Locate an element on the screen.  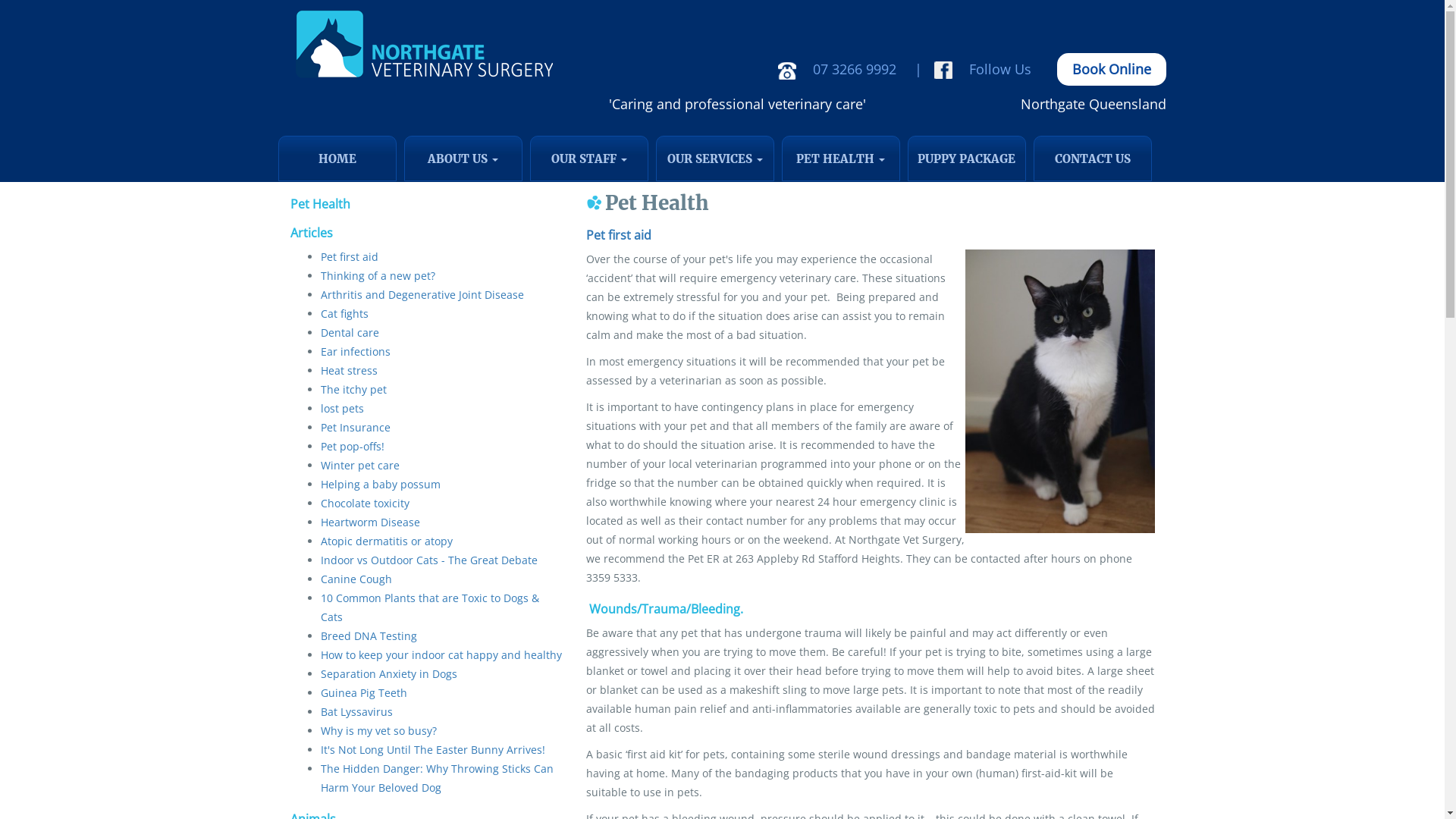
'PUPPY PACKAGE' is located at coordinates (965, 158).